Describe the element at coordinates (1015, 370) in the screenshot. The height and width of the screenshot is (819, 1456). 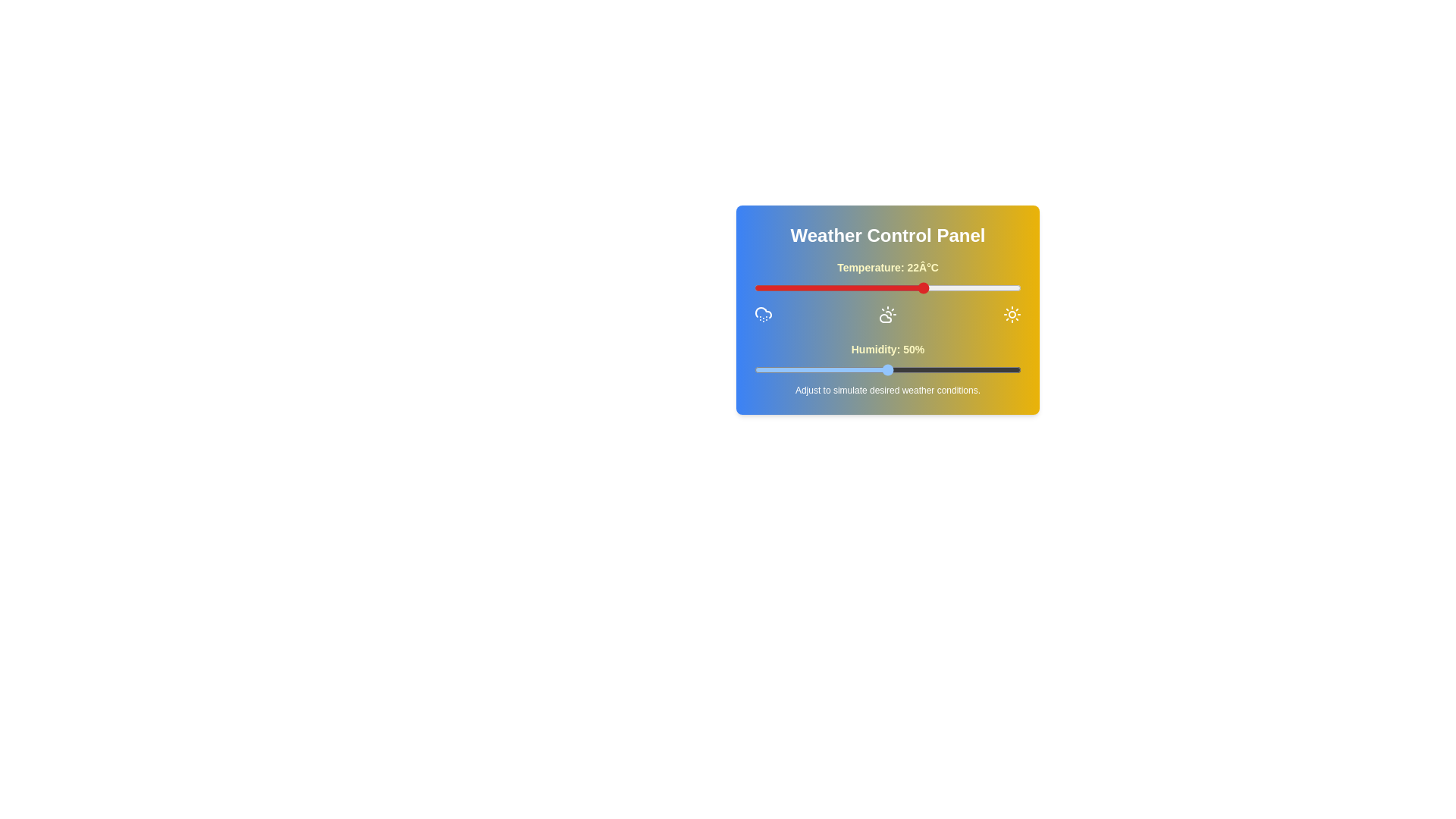
I see `the humidity` at that location.